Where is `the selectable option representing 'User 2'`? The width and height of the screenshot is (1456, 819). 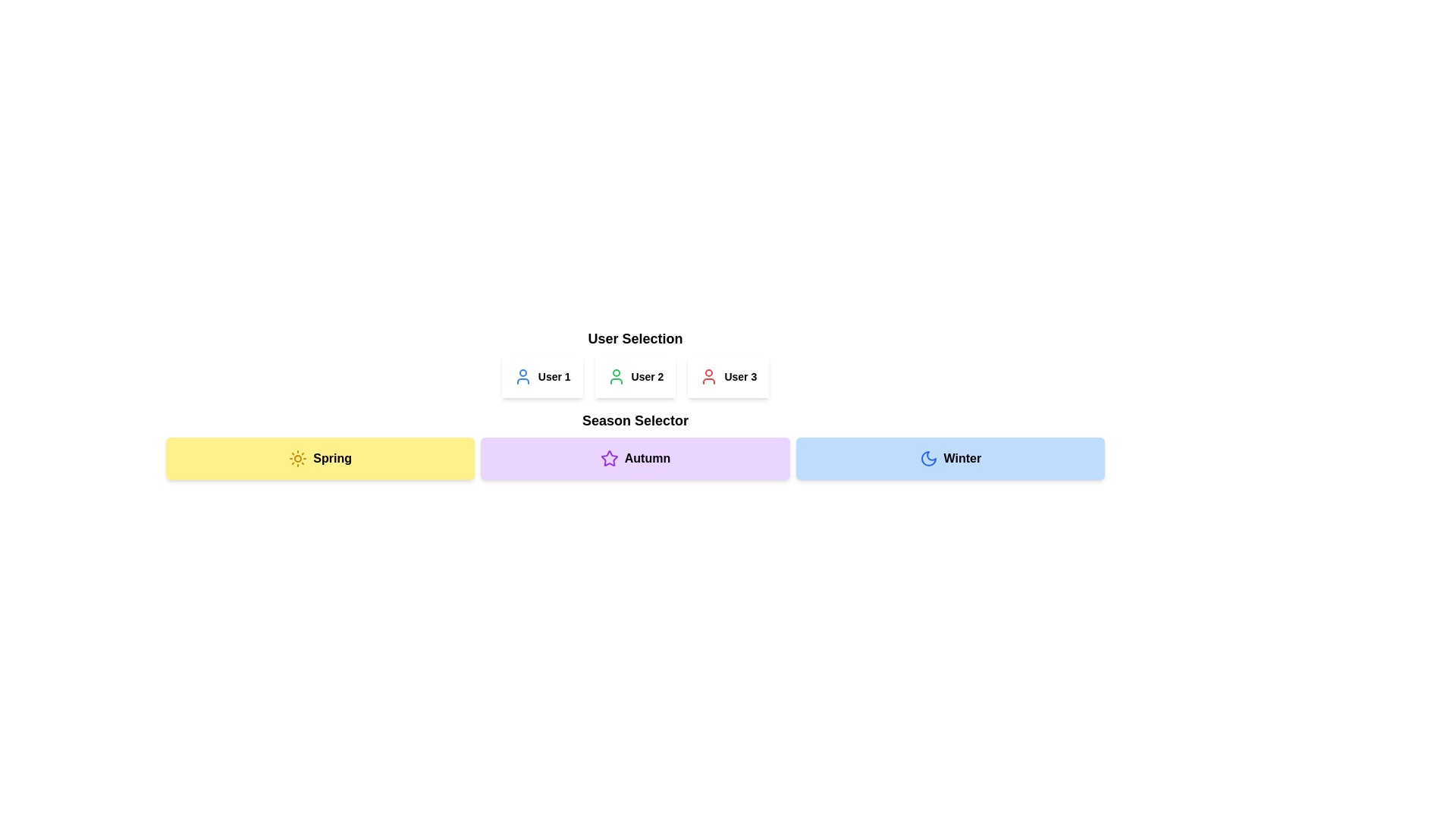
the selectable option representing 'User 2' is located at coordinates (635, 376).